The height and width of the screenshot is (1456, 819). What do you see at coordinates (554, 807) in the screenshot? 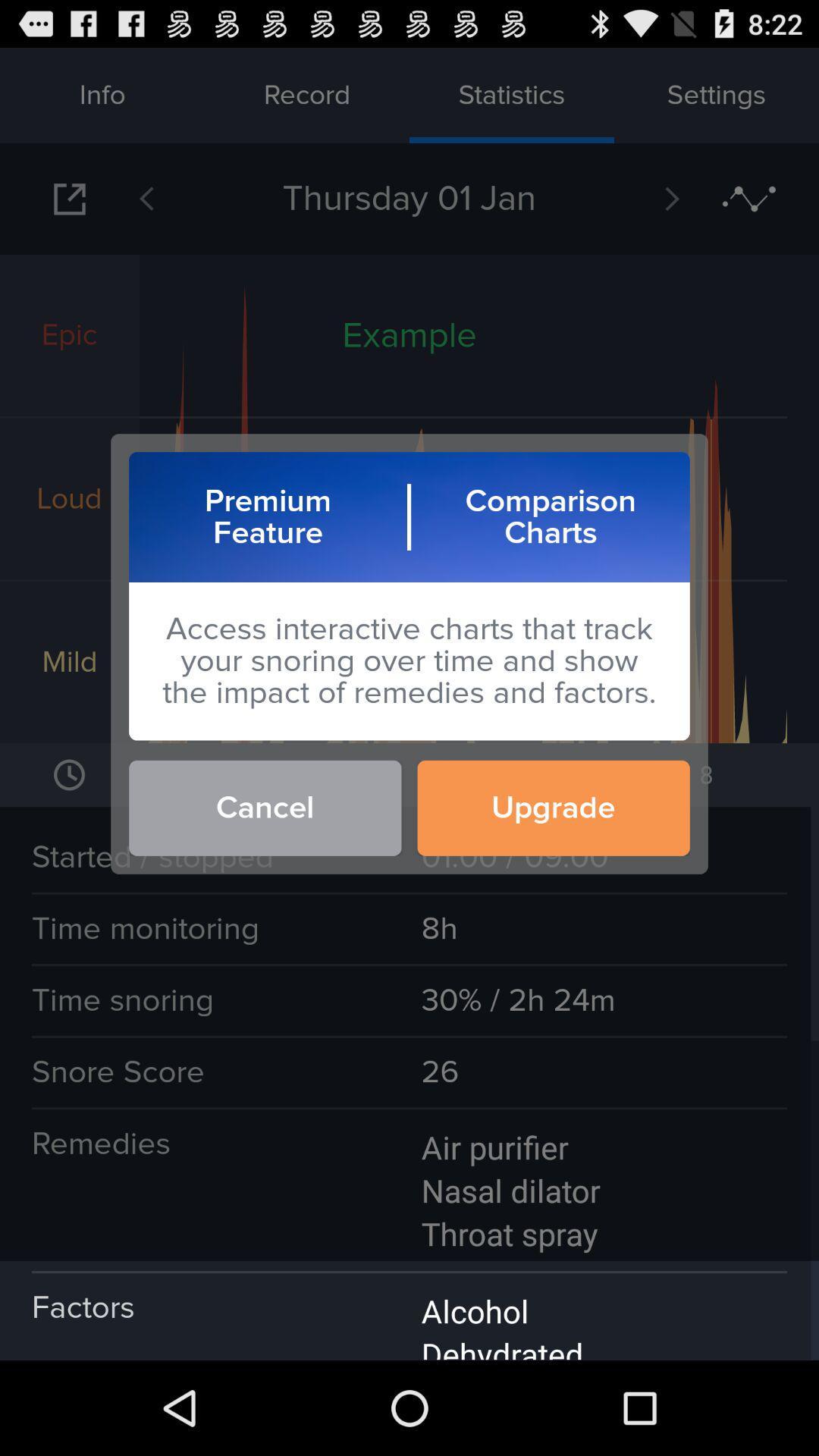
I see `the upgrade icon` at bounding box center [554, 807].